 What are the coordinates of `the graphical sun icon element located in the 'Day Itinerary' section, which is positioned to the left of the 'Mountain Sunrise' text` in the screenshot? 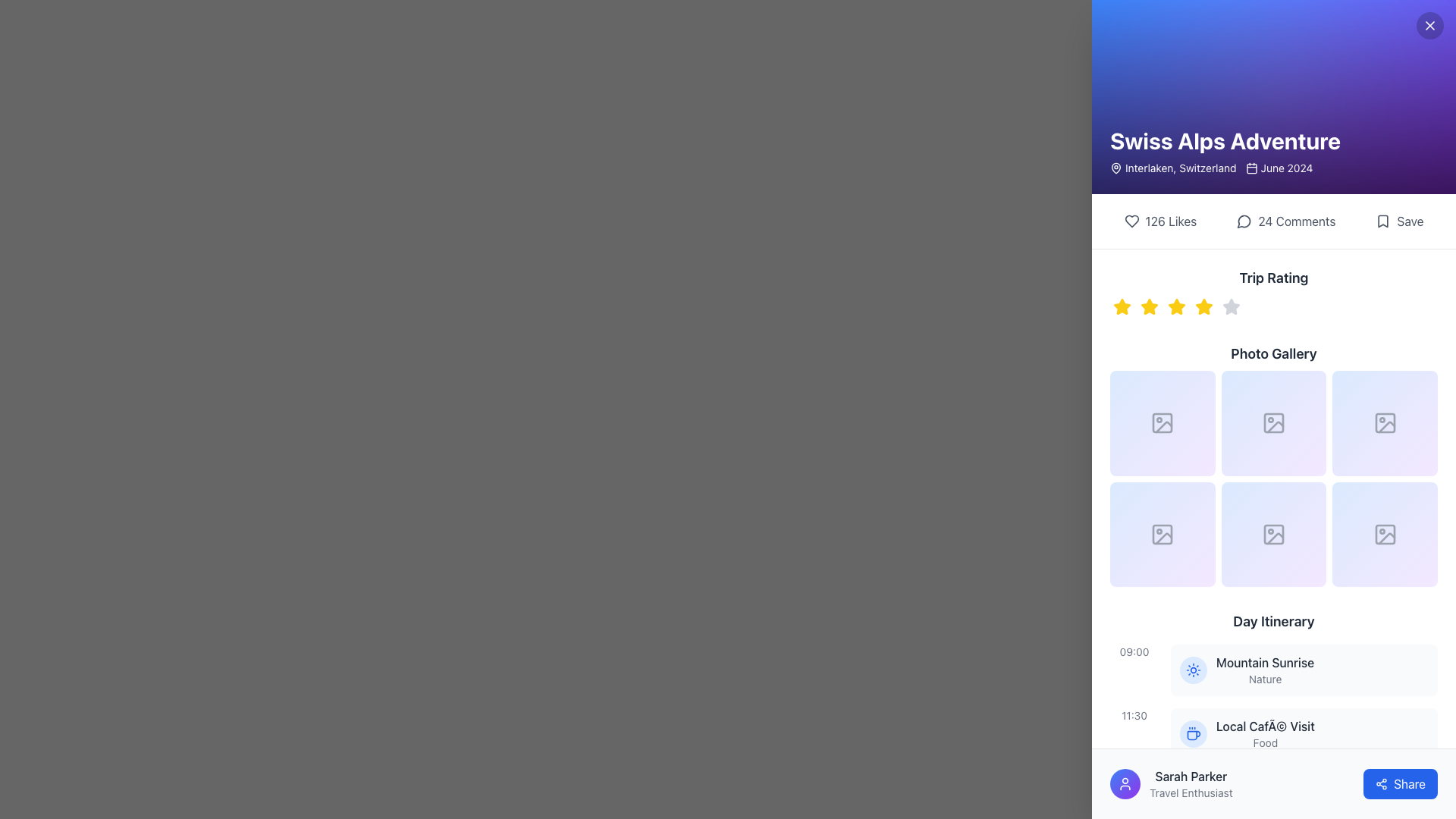 It's located at (1193, 669).